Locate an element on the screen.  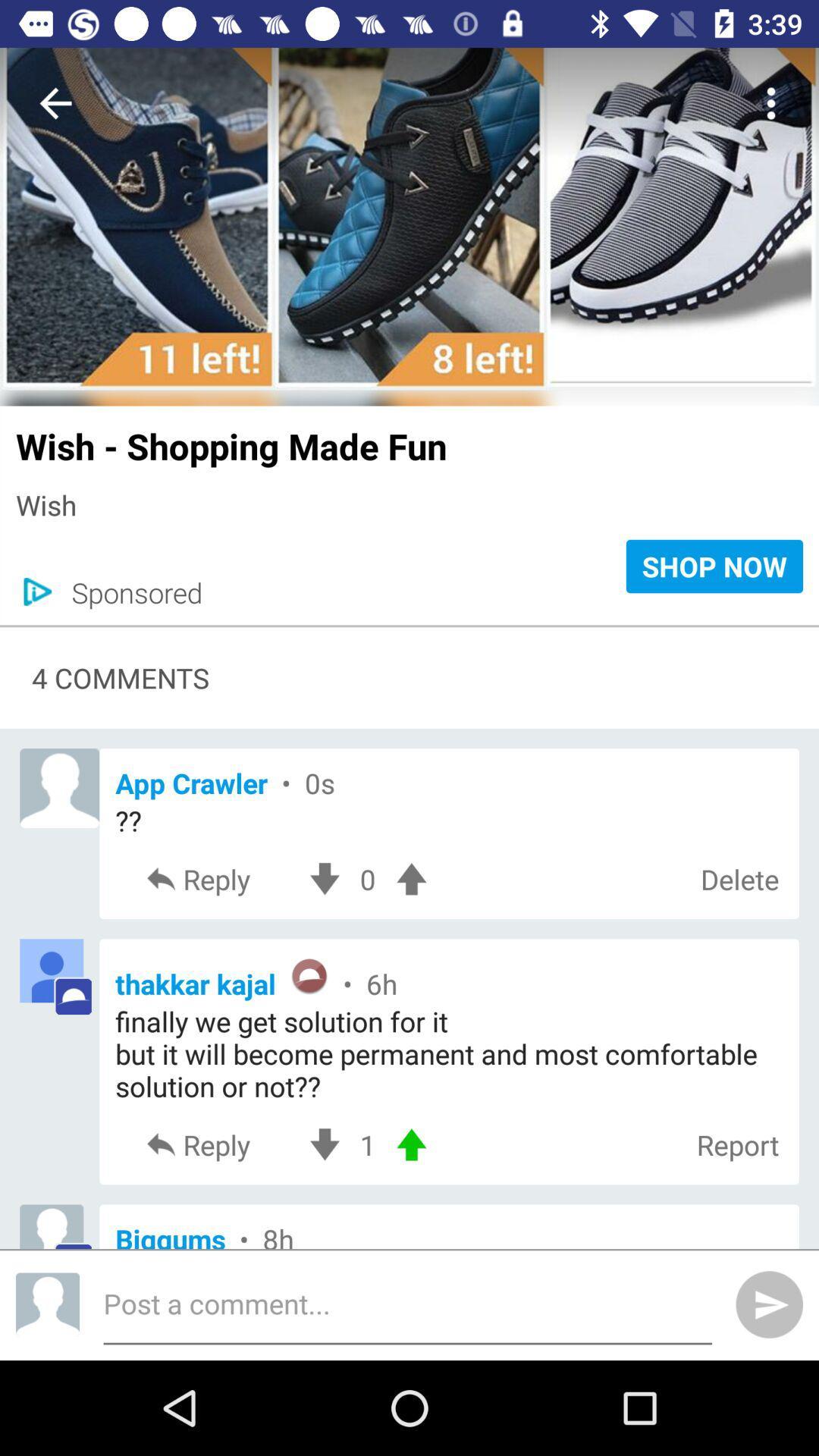
the wish shopping made item is located at coordinates (409, 437).